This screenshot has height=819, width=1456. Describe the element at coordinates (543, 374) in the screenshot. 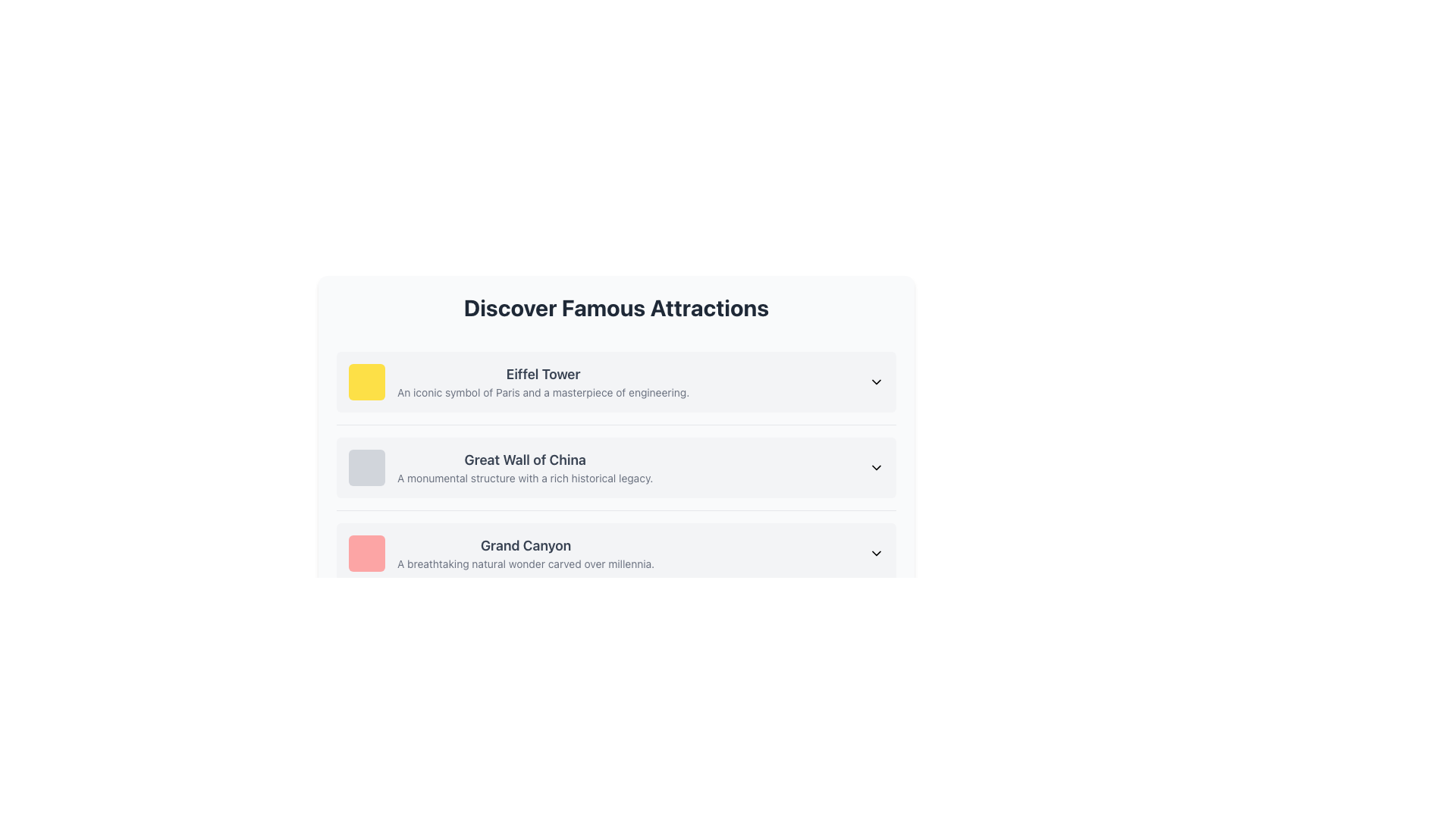

I see `text of the label indicating the name of the associated attraction, positioned above the description in the first entry of the vertical list` at that location.